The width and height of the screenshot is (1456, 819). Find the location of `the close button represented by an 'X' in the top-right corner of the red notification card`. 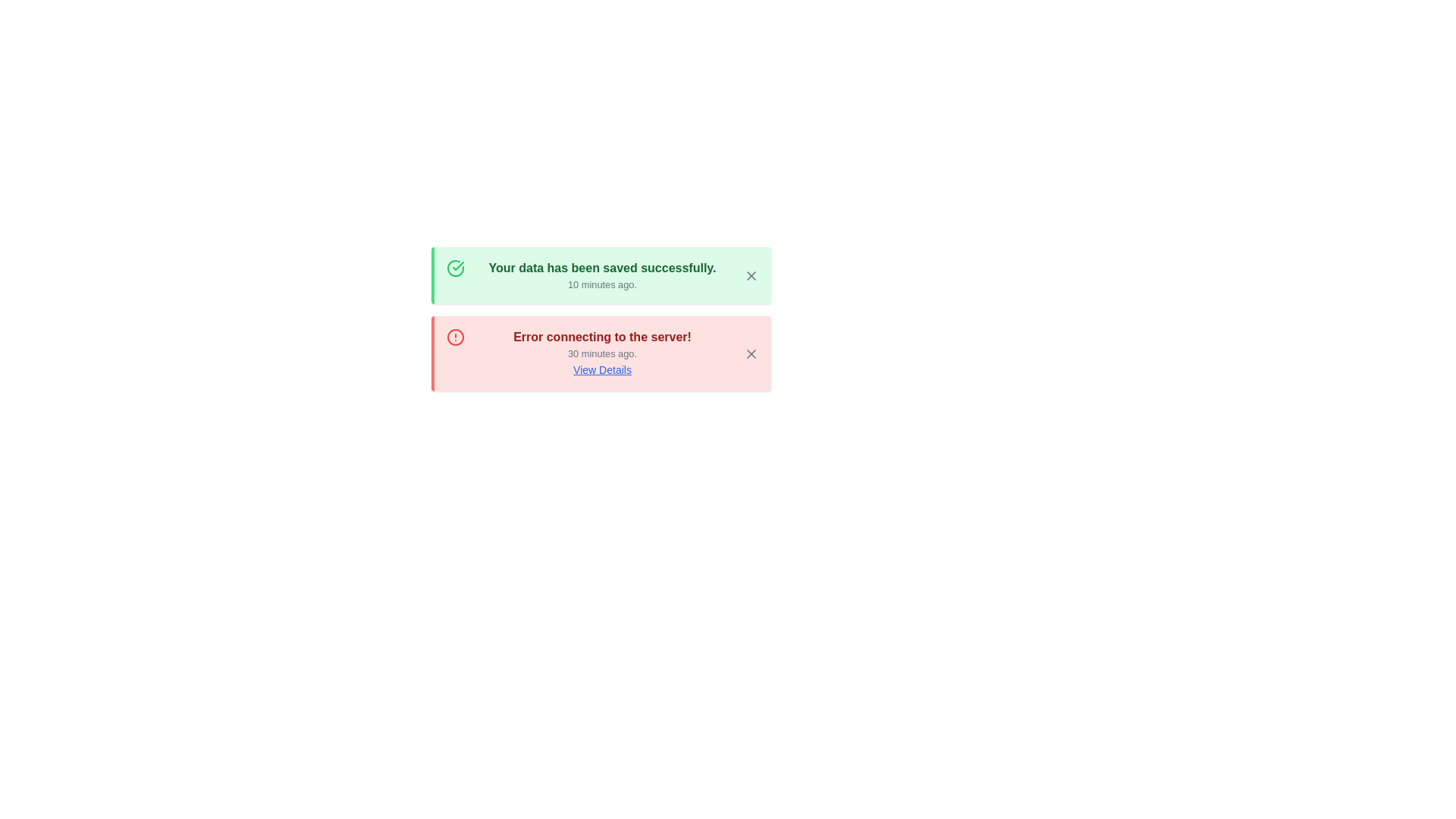

the close button represented by an 'X' in the top-right corner of the red notification card is located at coordinates (751, 353).